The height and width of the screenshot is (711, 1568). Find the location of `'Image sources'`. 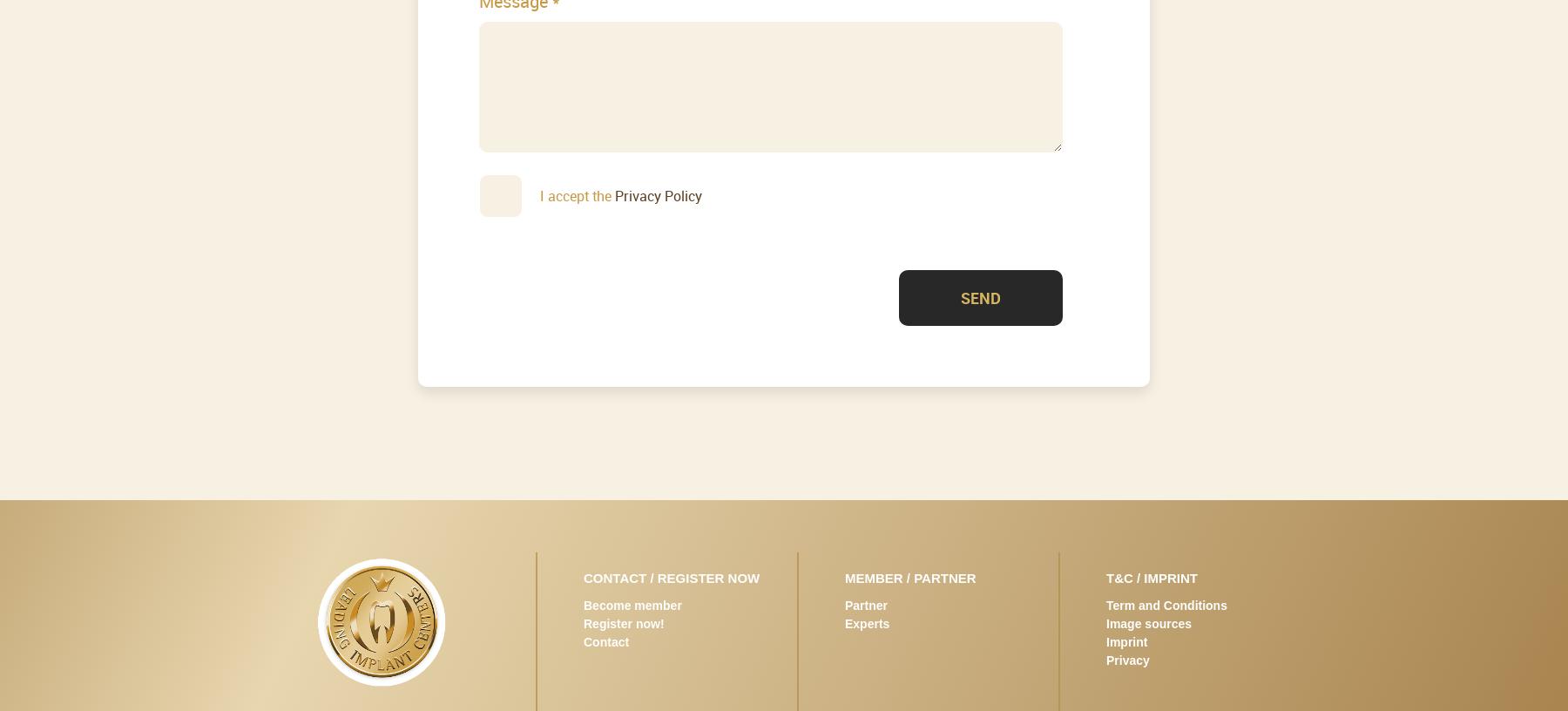

'Image sources' is located at coordinates (1106, 621).